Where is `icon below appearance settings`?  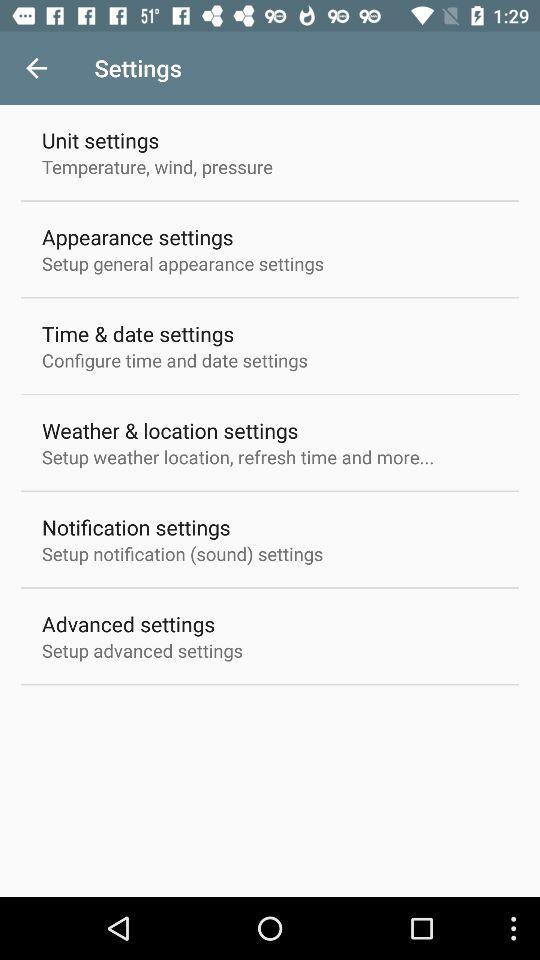
icon below appearance settings is located at coordinates (183, 262).